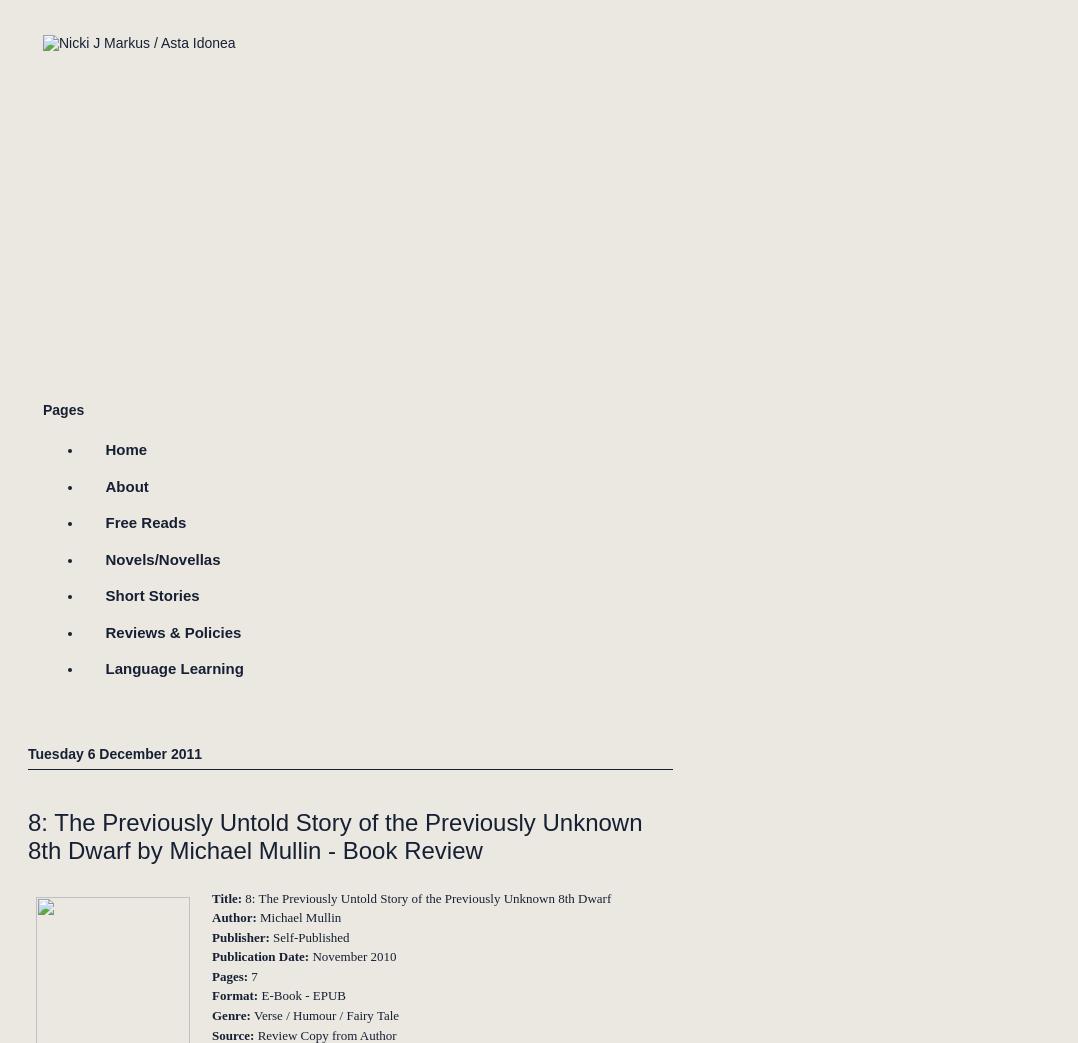 Image resolution: width=1078 pixels, height=1043 pixels. What do you see at coordinates (303, 995) in the screenshot?
I see `'E-Book - EPUB'` at bounding box center [303, 995].